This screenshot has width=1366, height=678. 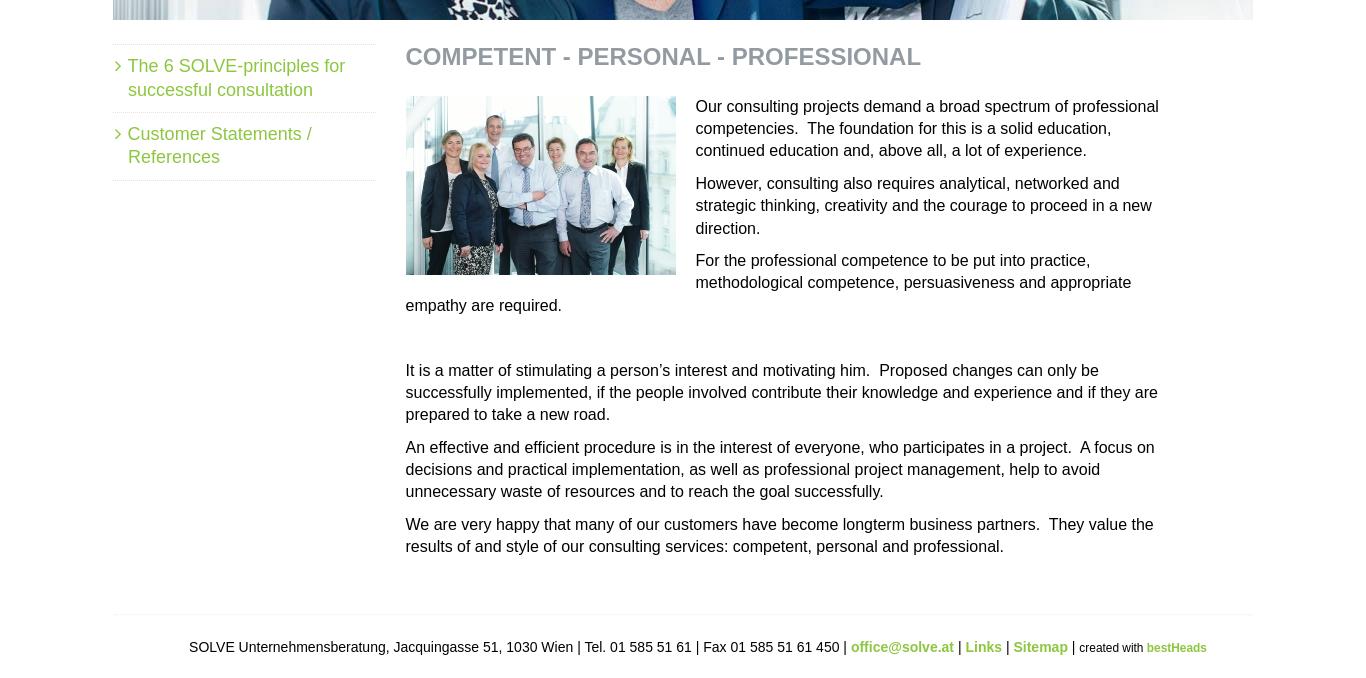 What do you see at coordinates (985, 645) in the screenshot?
I see `'Links'` at bounding box center [985, 645].